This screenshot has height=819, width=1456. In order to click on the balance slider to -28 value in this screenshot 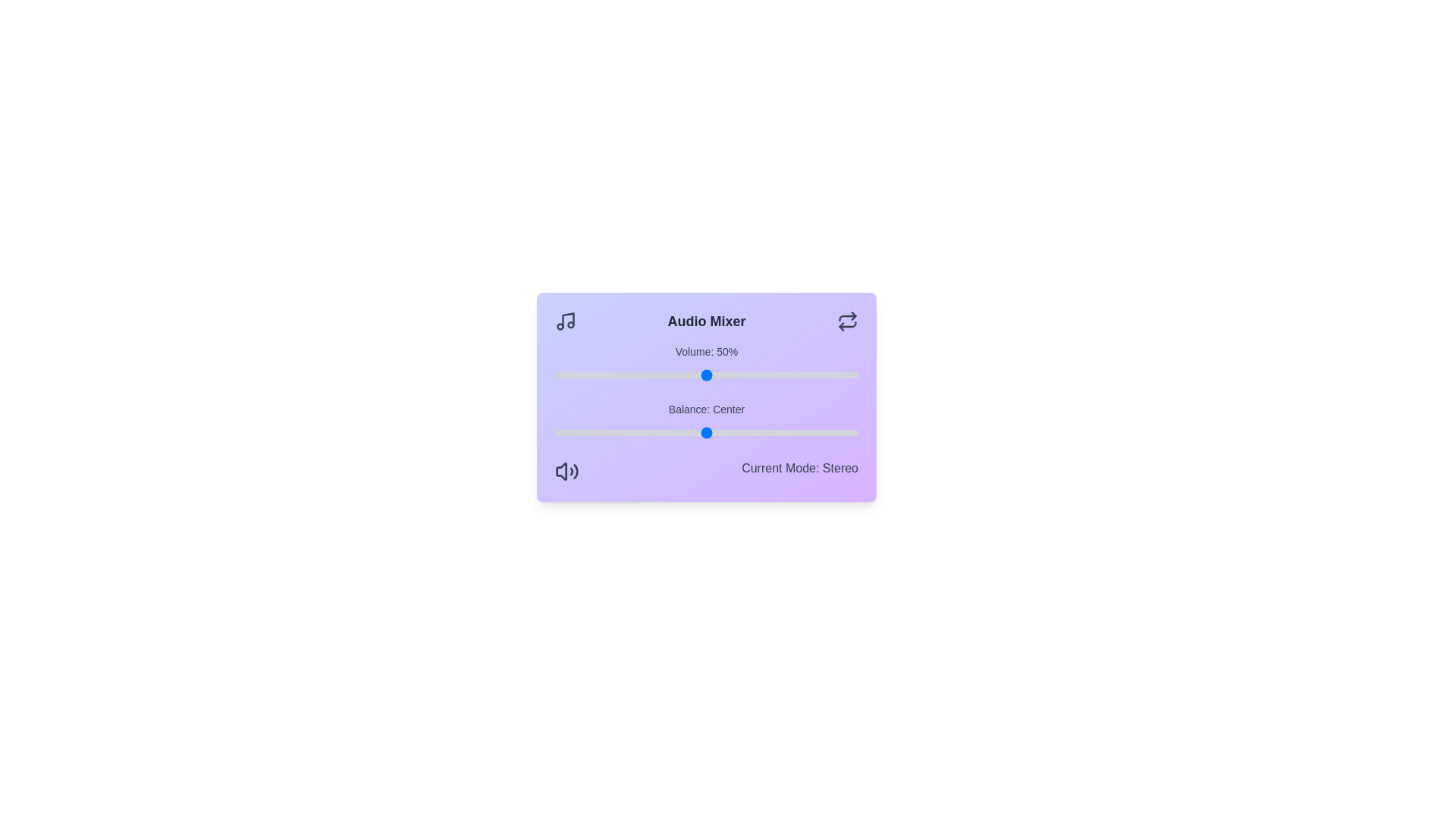, I will do `click(622, 432)`.